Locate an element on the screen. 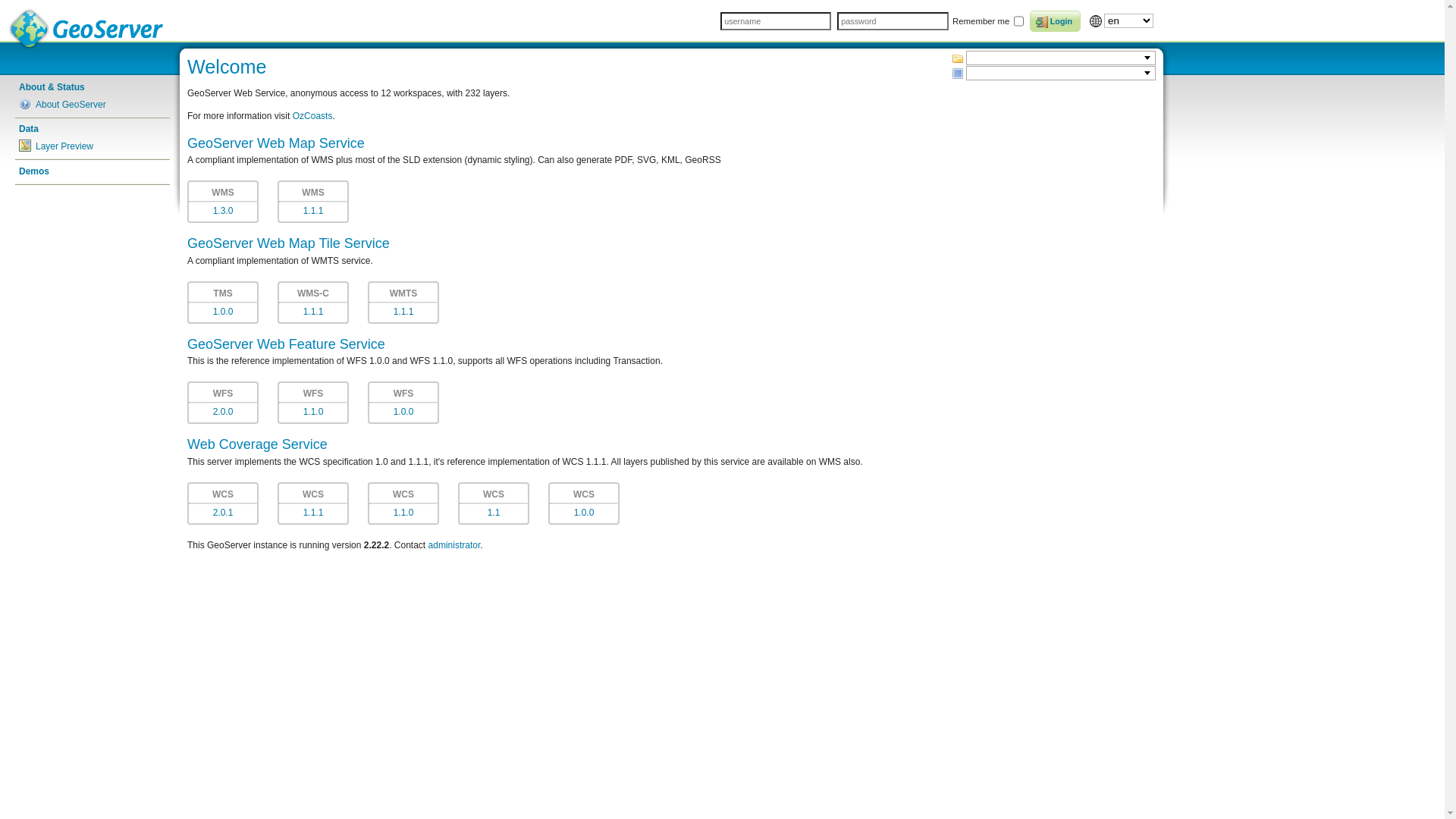 Image resolution: width=1456 pixels, height=819 pixels. 'WFS is located at coordinates (312, 402).